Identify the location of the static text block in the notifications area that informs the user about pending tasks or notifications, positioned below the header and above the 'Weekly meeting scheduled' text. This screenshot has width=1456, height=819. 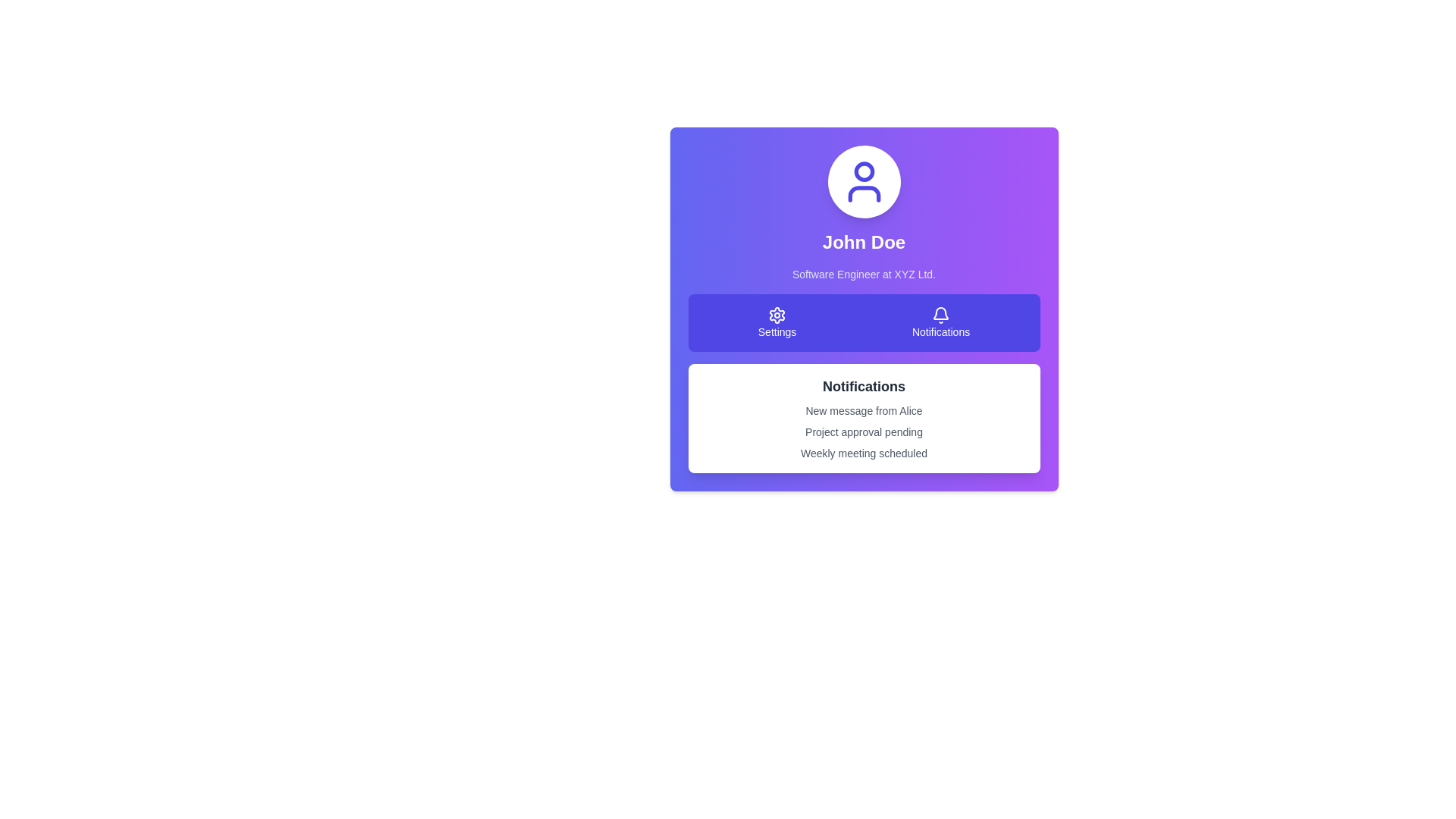
(864, 432).